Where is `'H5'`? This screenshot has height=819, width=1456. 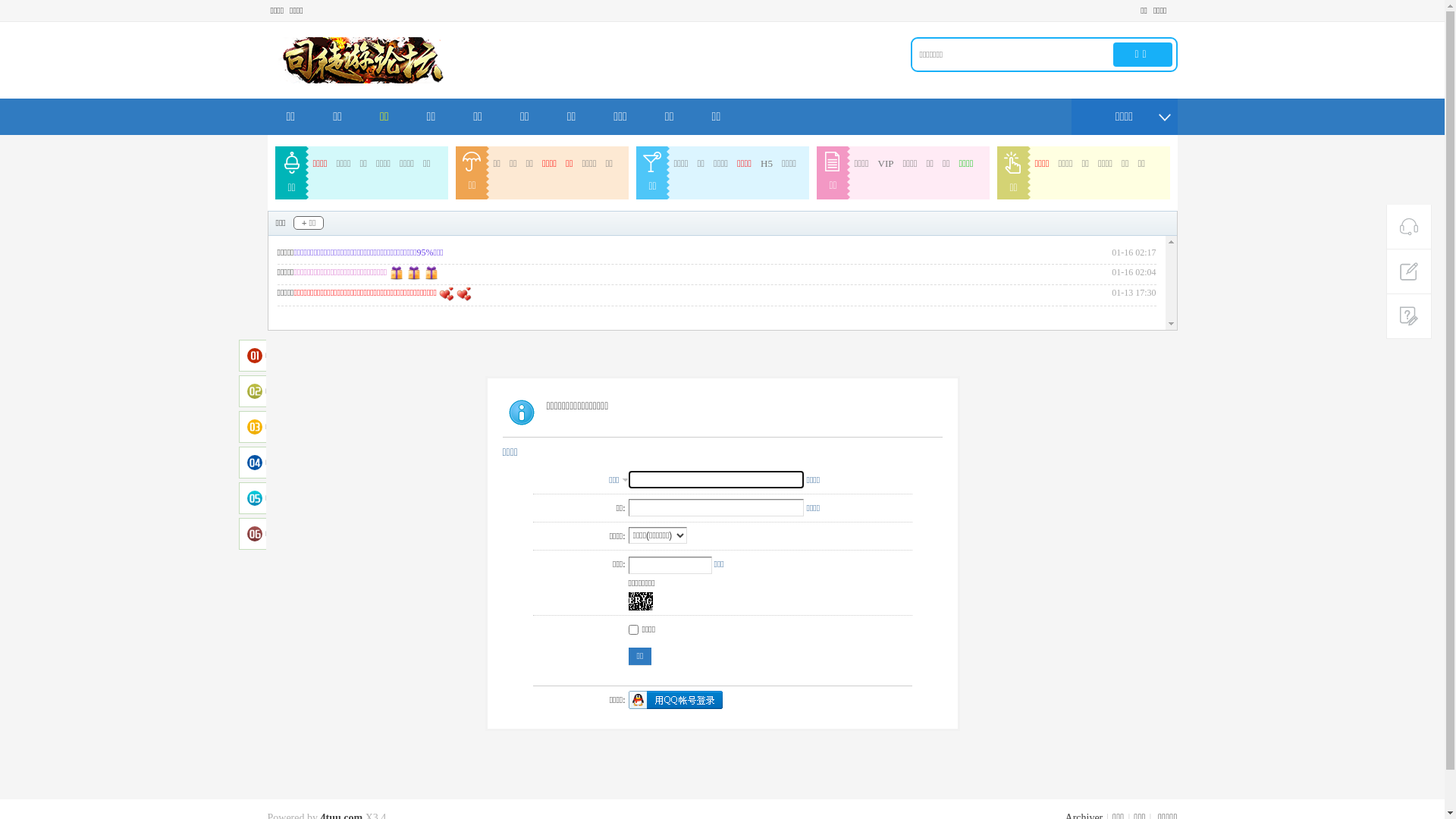 'H5' is located at coordinates (767, 163).